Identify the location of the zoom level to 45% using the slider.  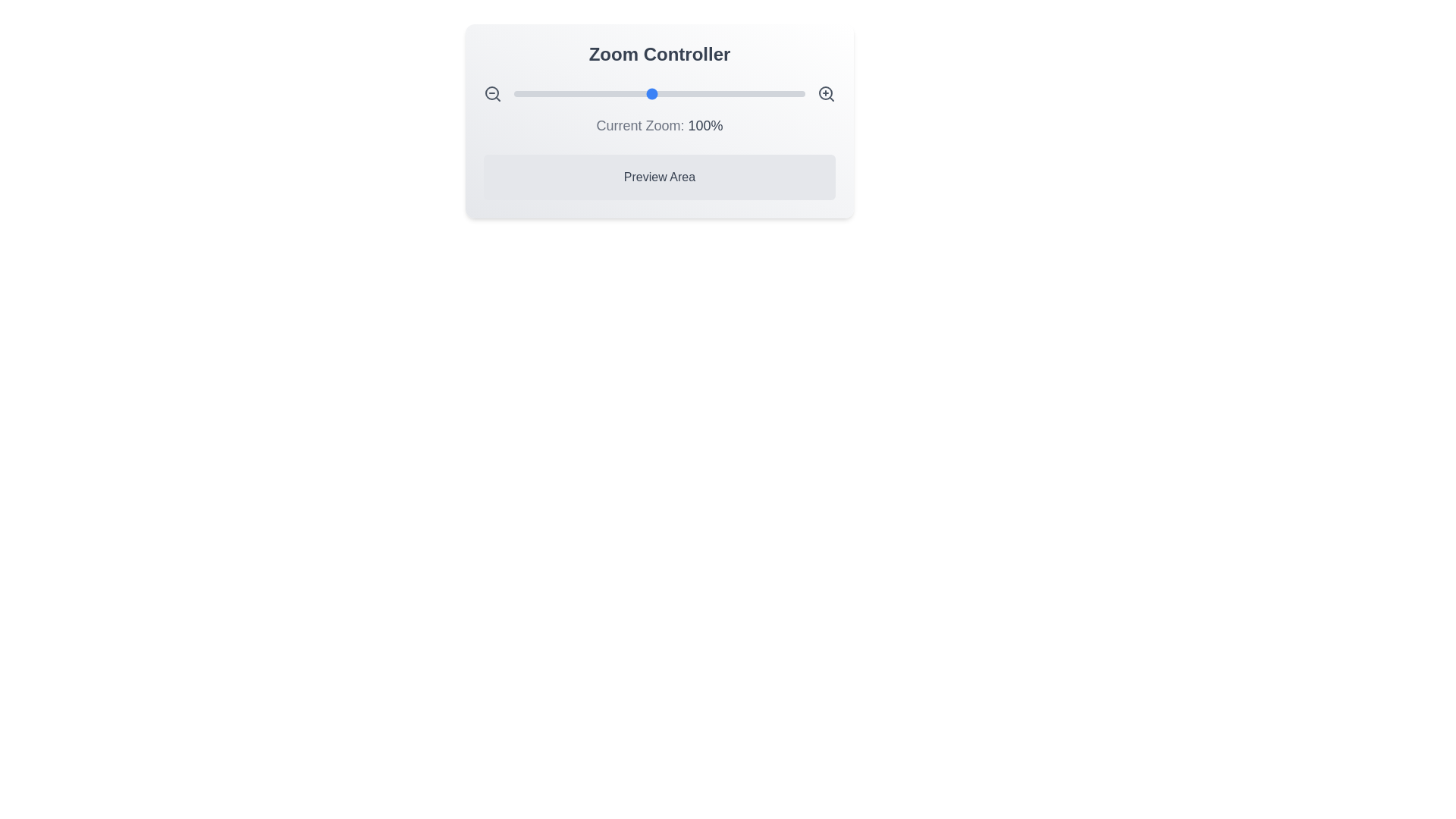
(566, 93).